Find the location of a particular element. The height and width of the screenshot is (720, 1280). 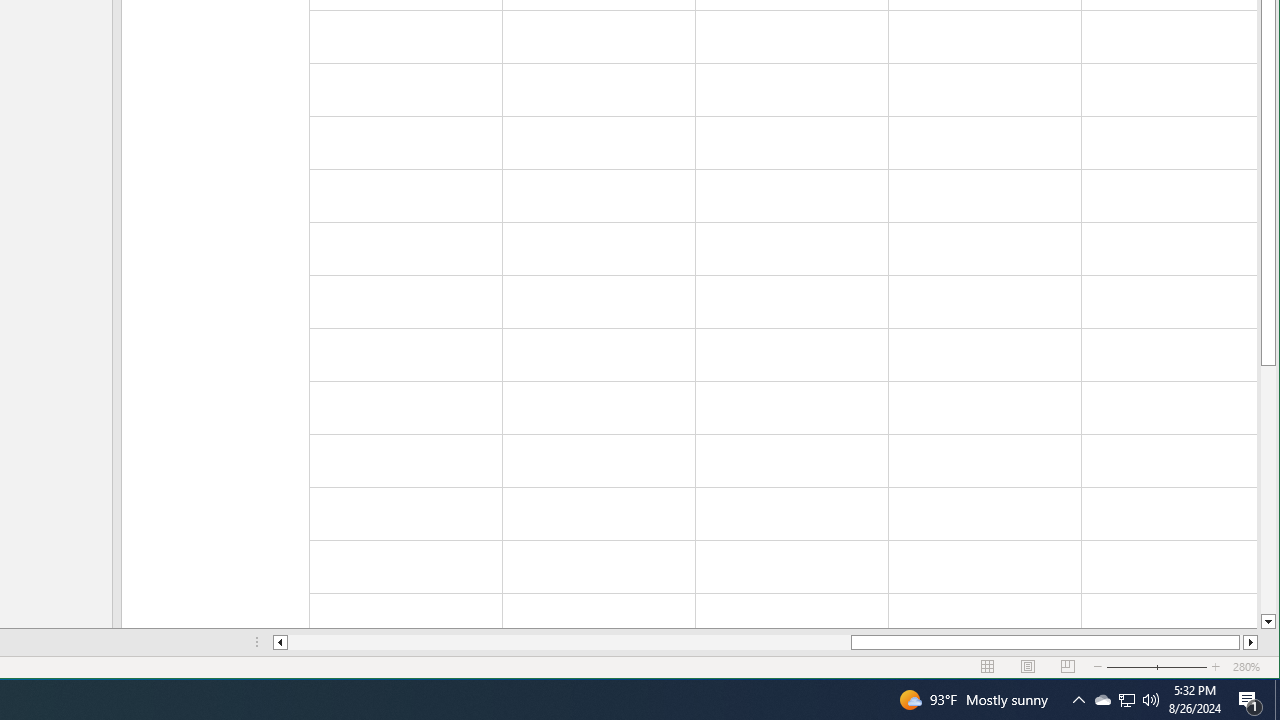

'Page down' is located at coordinates (1267, 489).